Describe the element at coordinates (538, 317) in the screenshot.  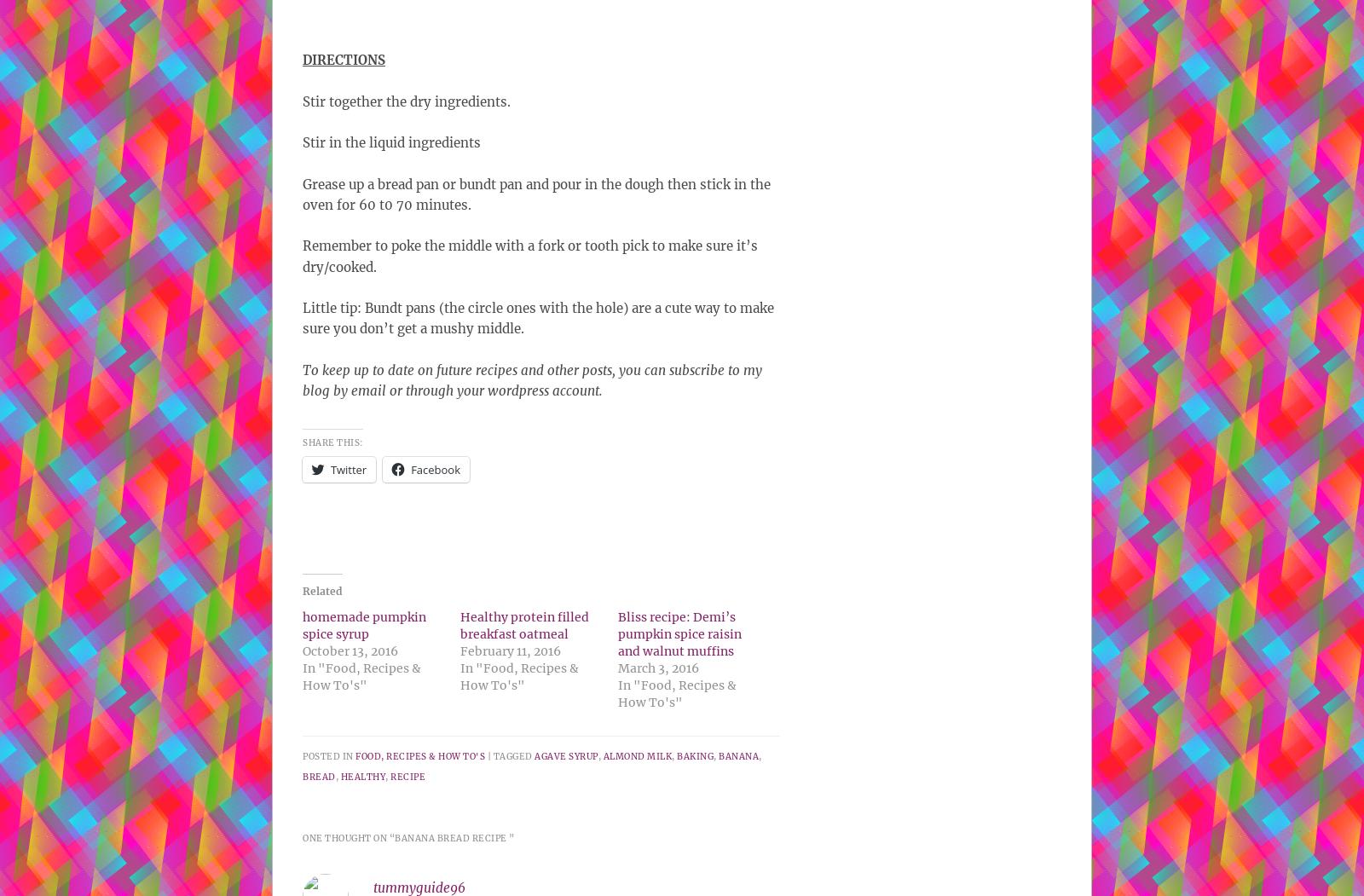
I see `'Little tip: Bundt pans (the circle ones with the hole) are a cute way to make sure you don’t get a mushy middle.'` at that location.